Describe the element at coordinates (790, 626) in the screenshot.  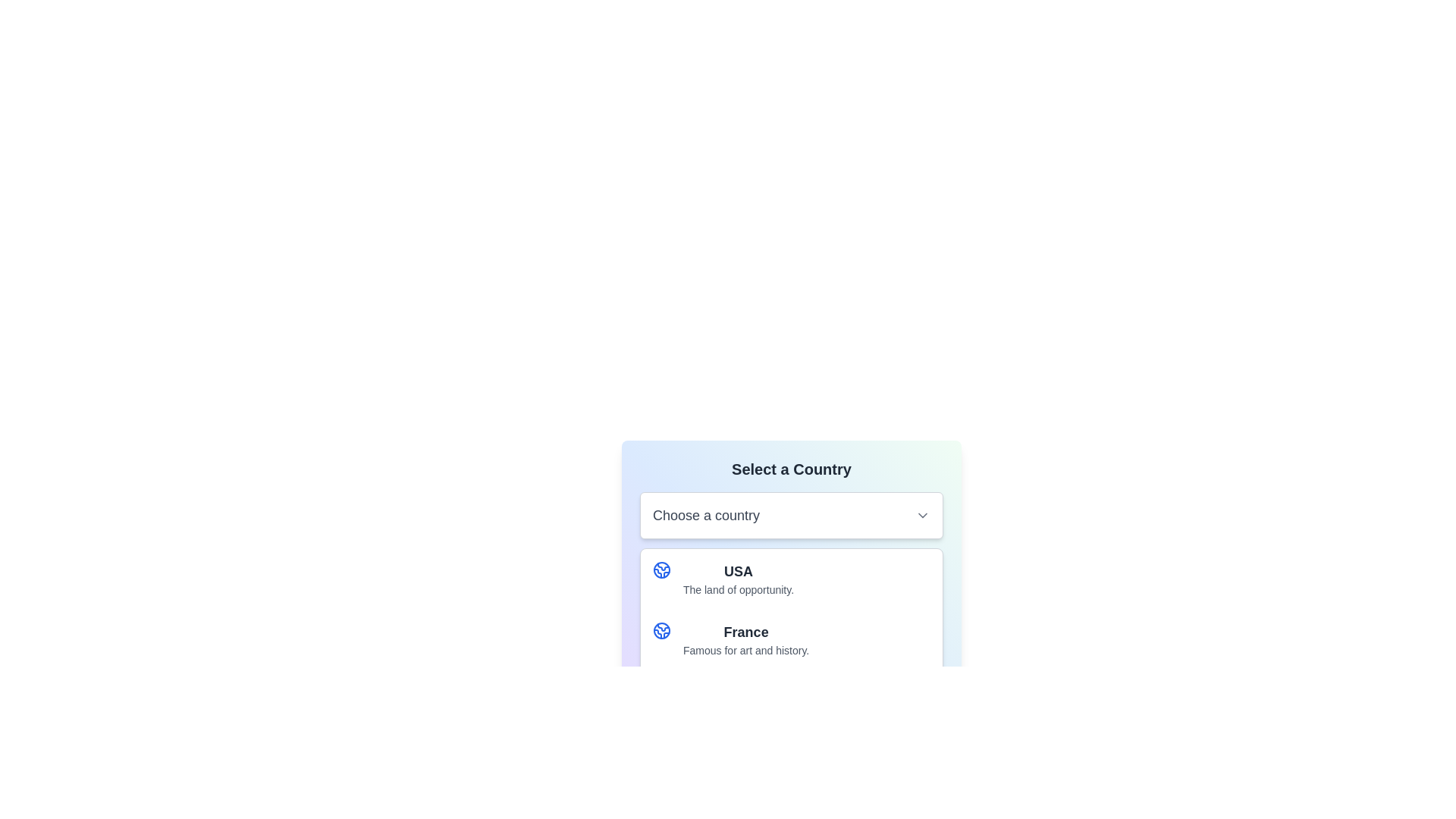
I see `the dropdown list item labeled 'France'` at that location.